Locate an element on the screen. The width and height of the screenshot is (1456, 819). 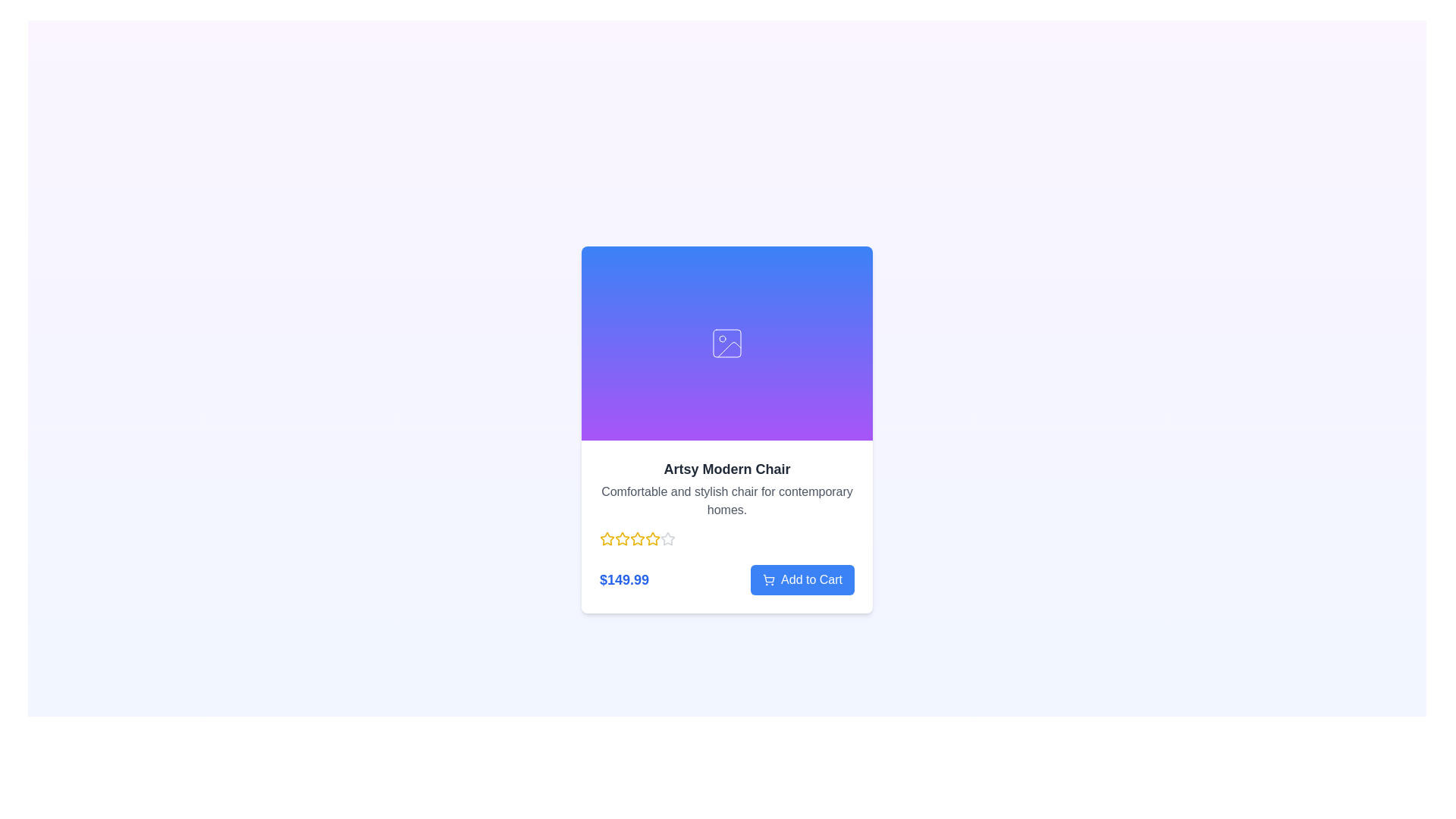
the third star icon in the rating scale to set a rating for the product is located at coordinates (667, 538).